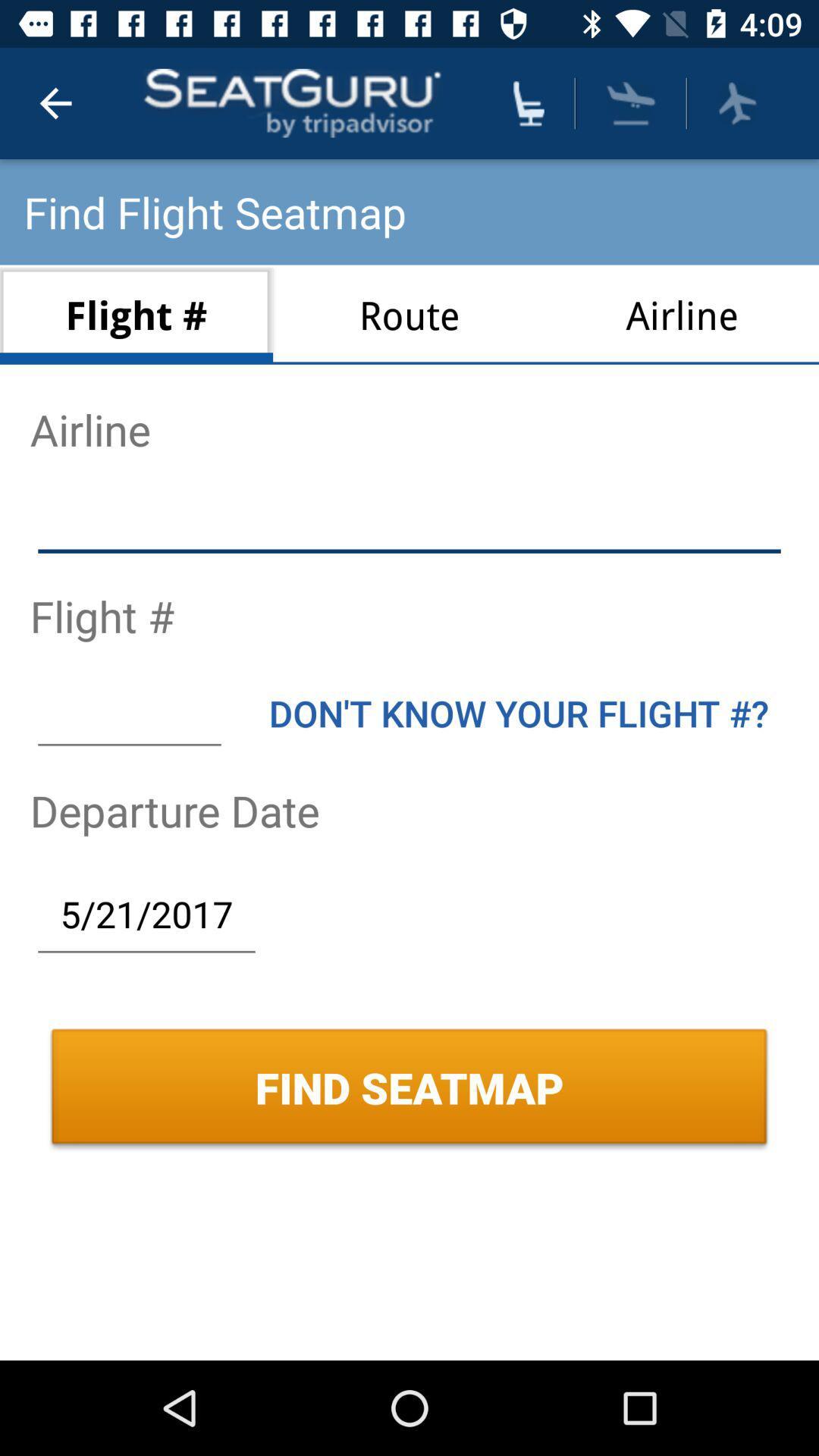 Image resolution: width=819 pixels, height=1456 pixels. Describe the element at coordinates (736, 102) in the screenshot. I see `flight departure` at that location.